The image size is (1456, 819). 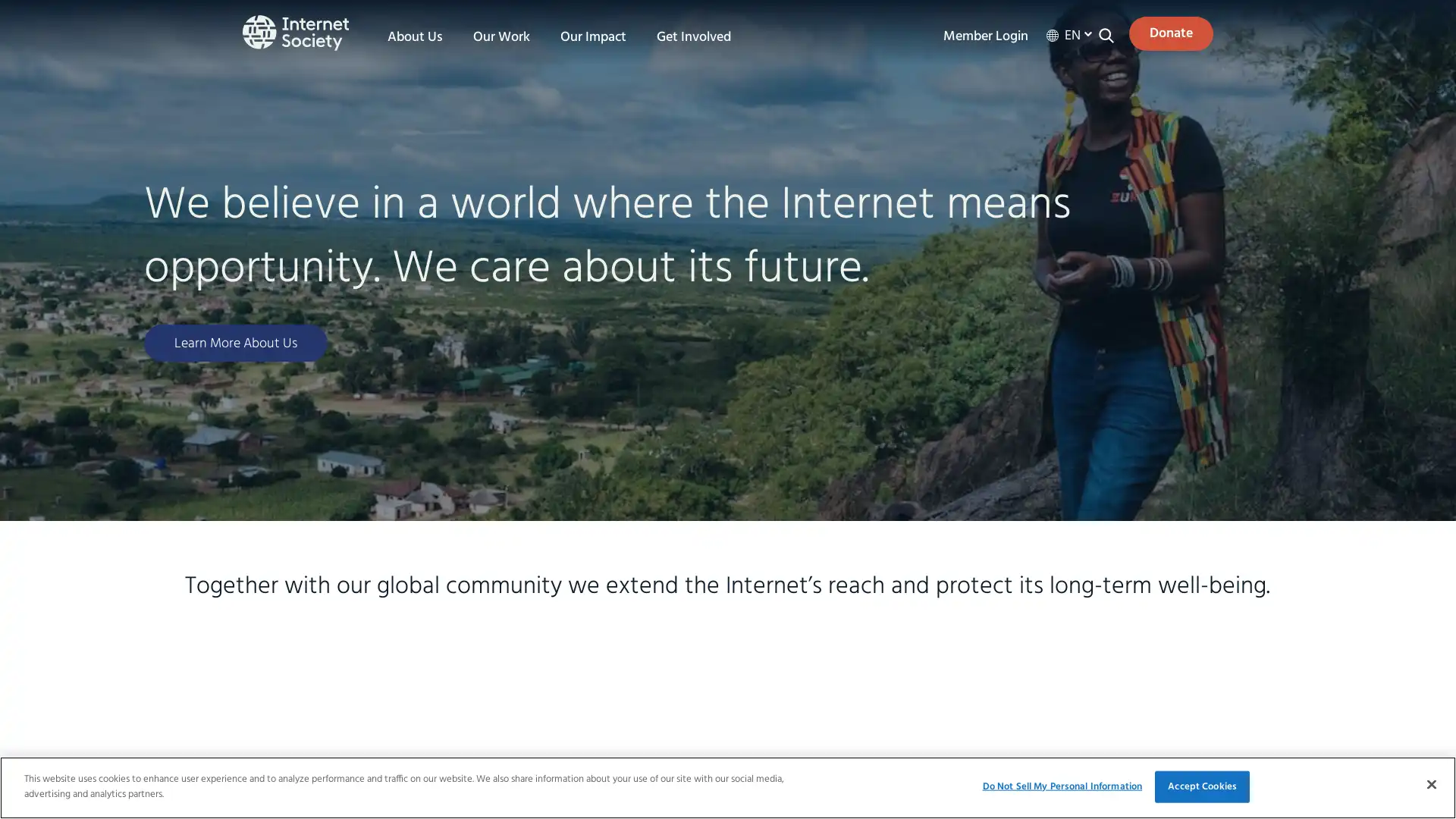 I want to click on Close, so click(x=1430, y=783).